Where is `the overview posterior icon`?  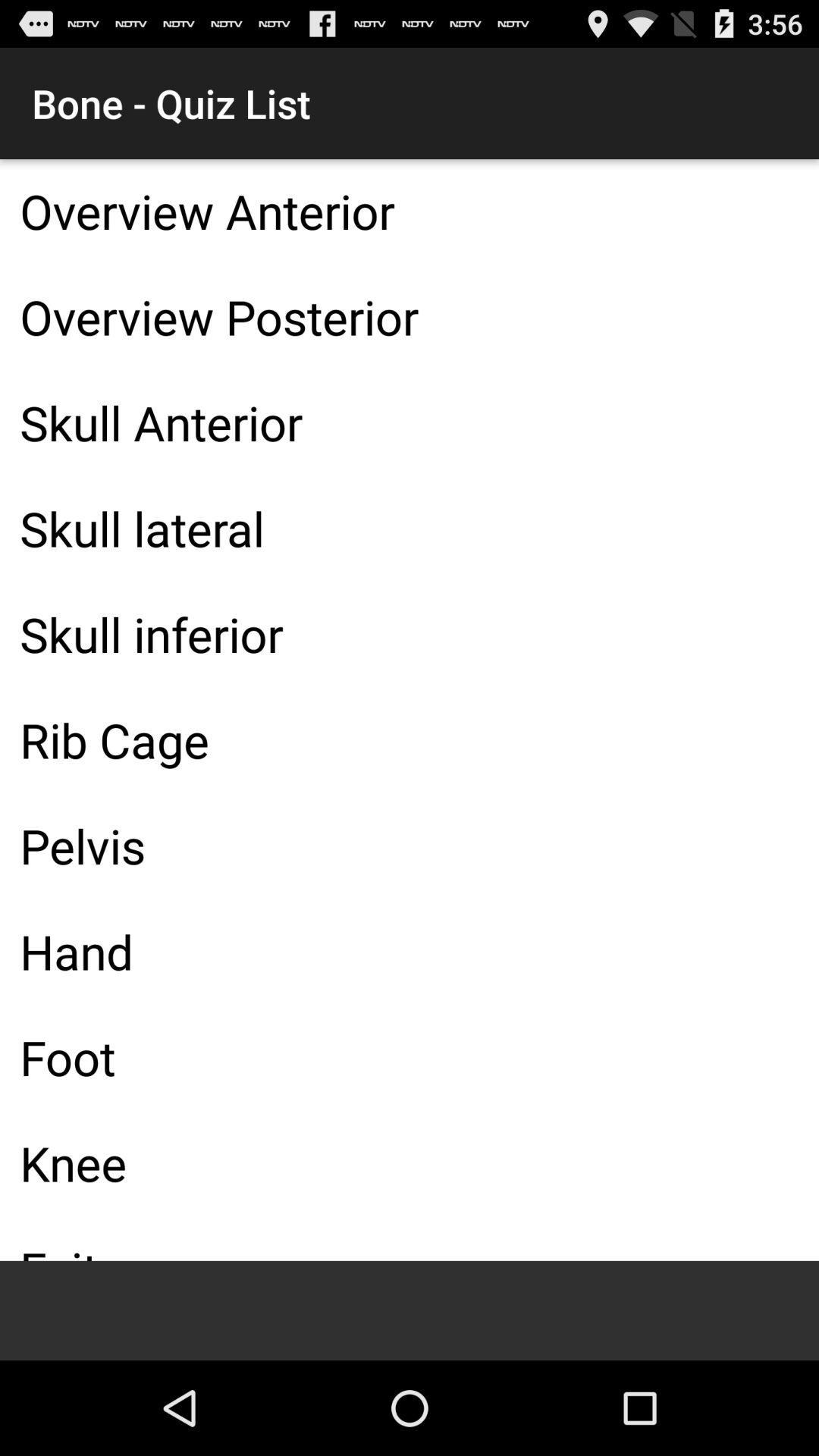 the overview posterior icon is located at coordinates (409, 315).